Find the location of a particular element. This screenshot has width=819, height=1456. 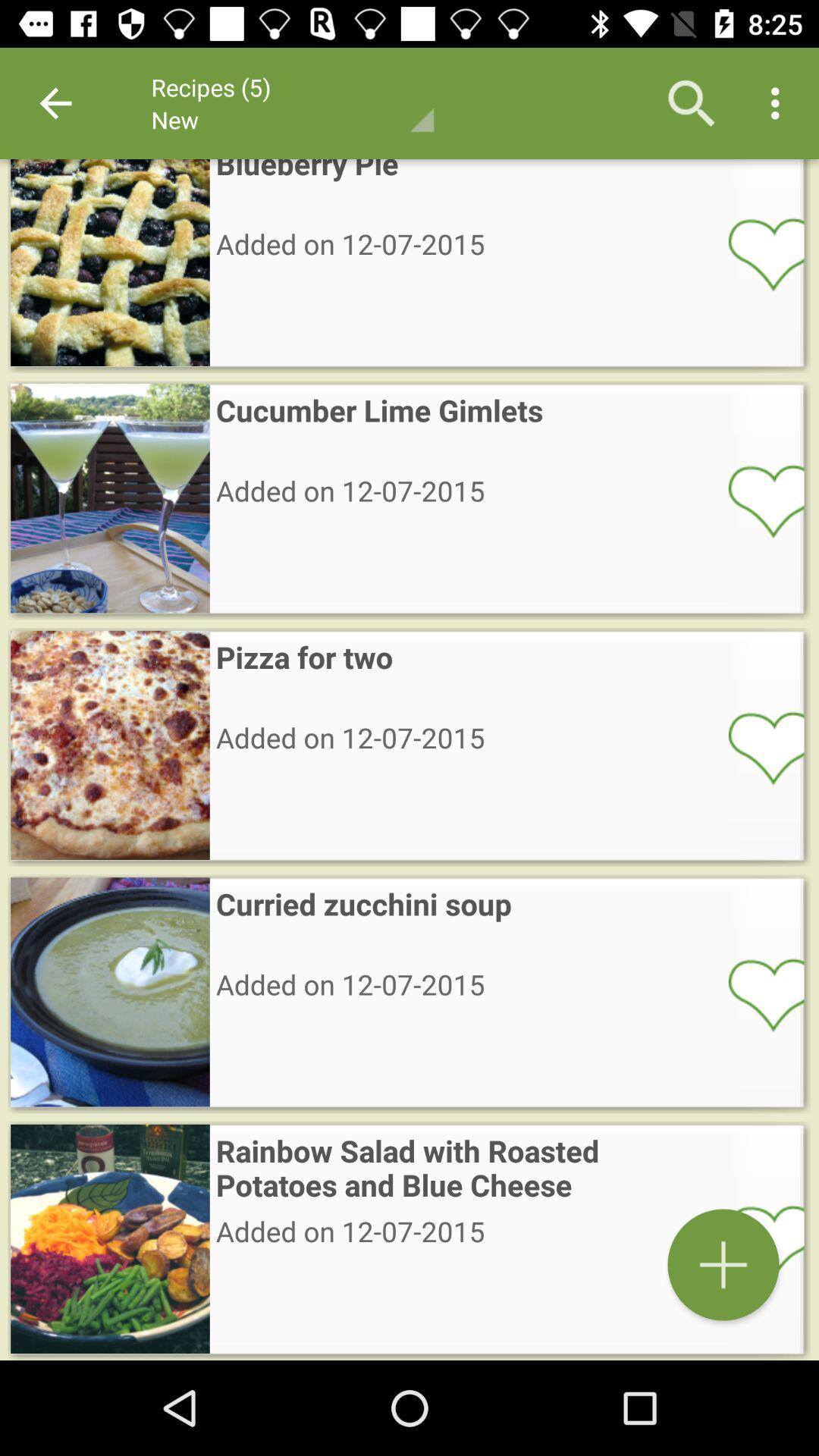

heart like option is located at coordinates (756, 993).